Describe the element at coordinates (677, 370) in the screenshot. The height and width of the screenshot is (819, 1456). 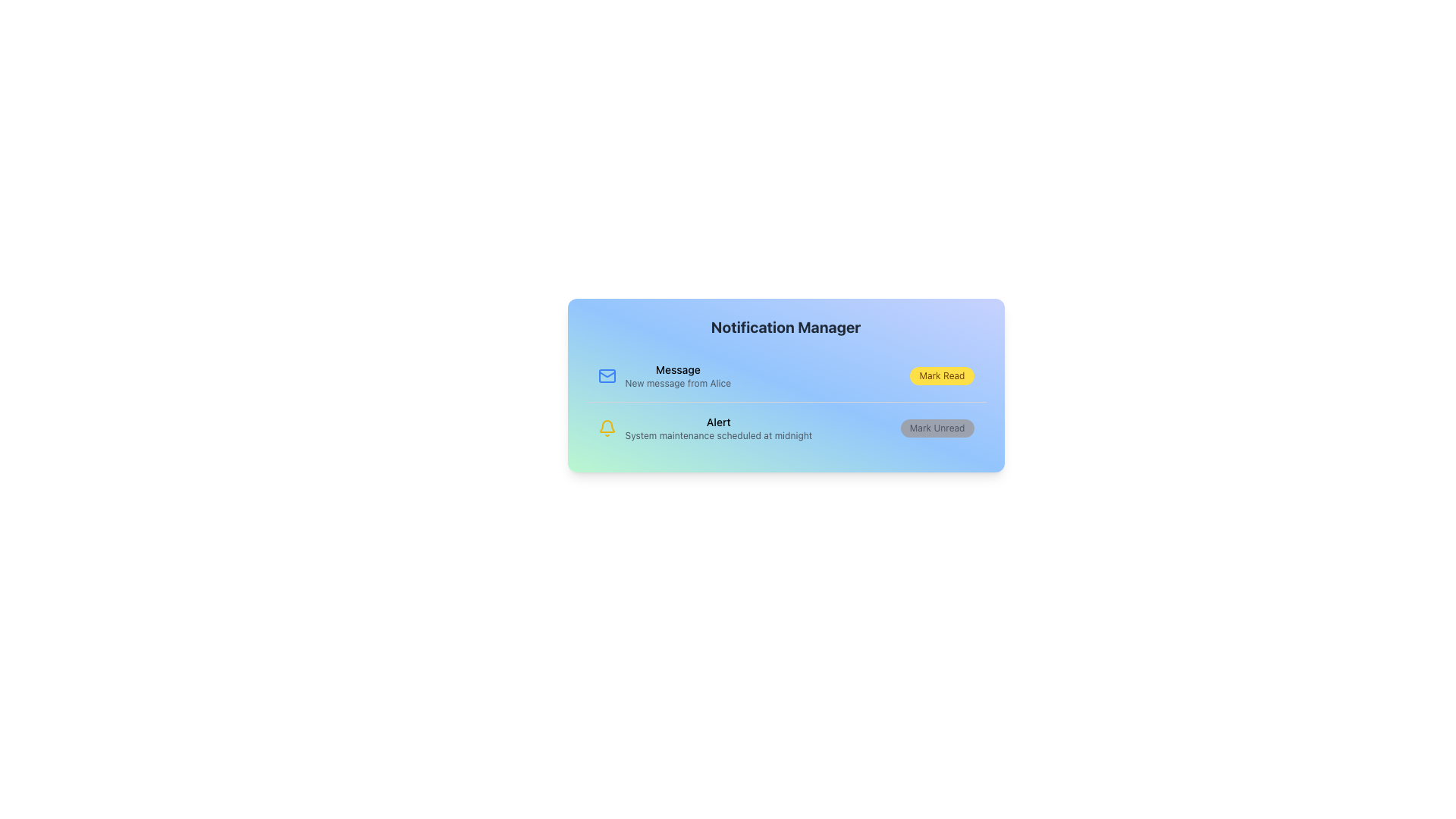
I see `text label that serves as the heading for a notification item, specifically indicating 'New message from Alice'` at that location.